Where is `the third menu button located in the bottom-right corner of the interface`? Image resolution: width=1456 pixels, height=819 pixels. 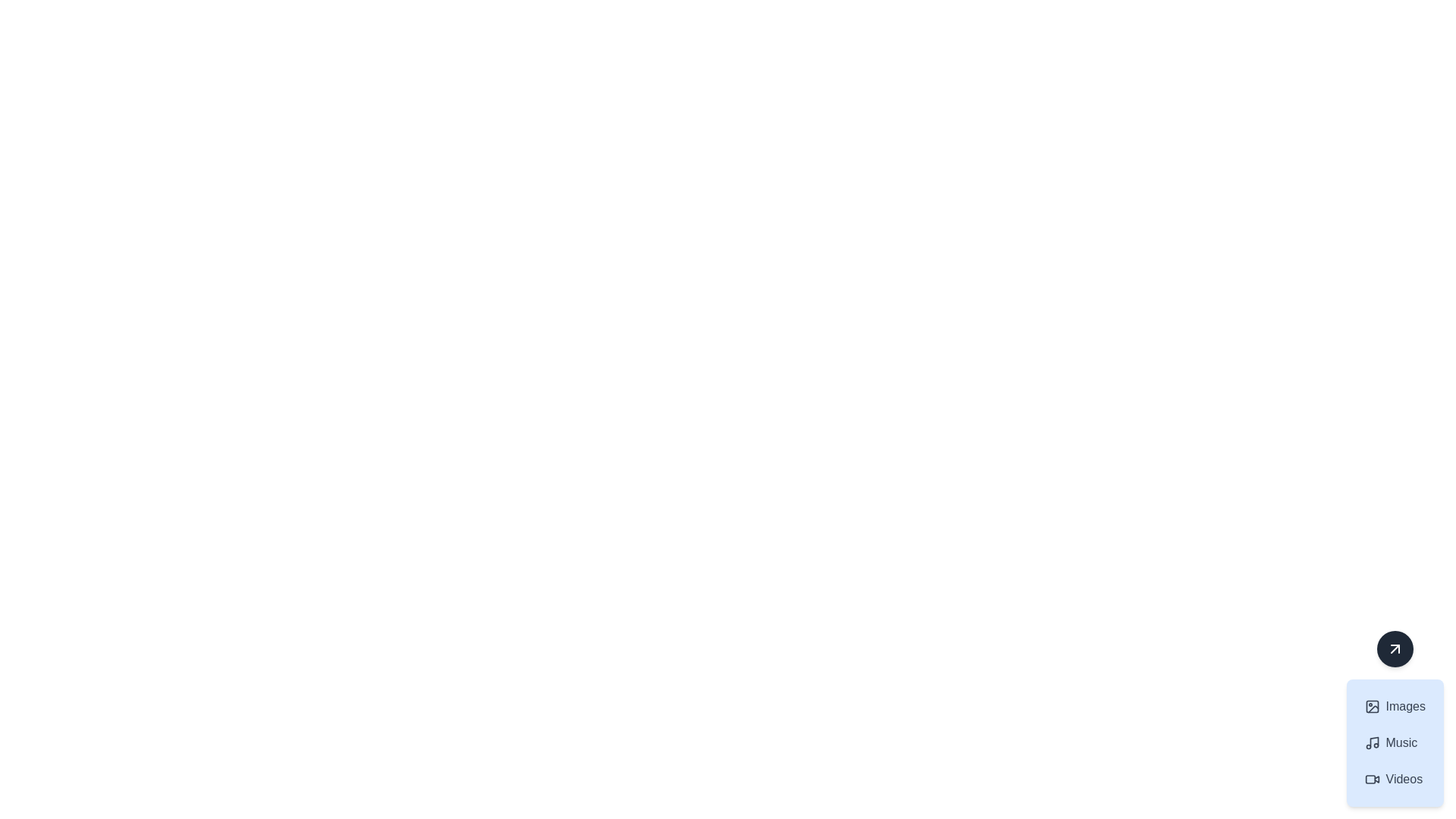 the third menu button located in the bottom-right corner of the interface is located at coordinates (1395, 780).